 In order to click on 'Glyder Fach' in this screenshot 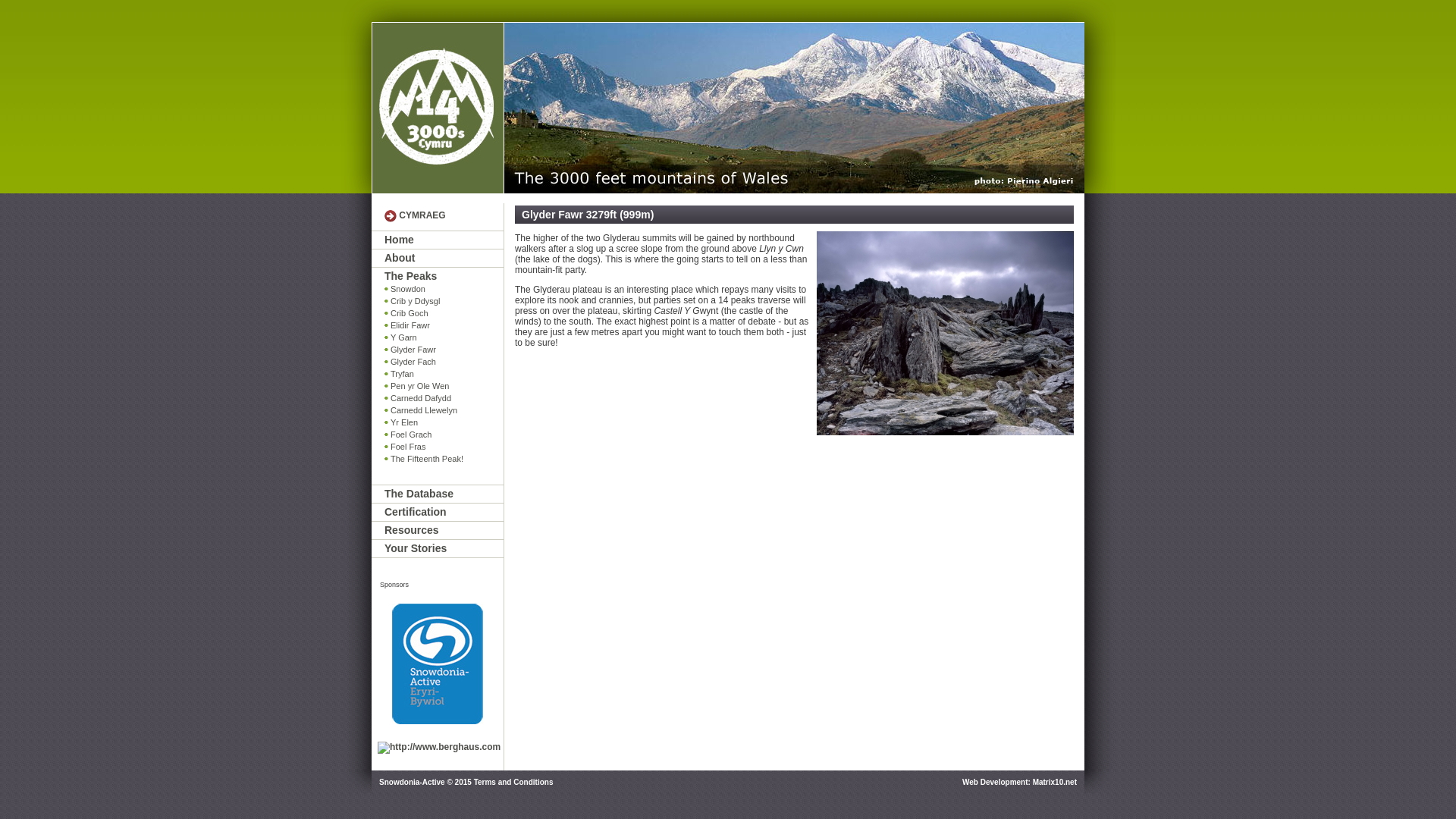, I will do `click(443, 362)`.